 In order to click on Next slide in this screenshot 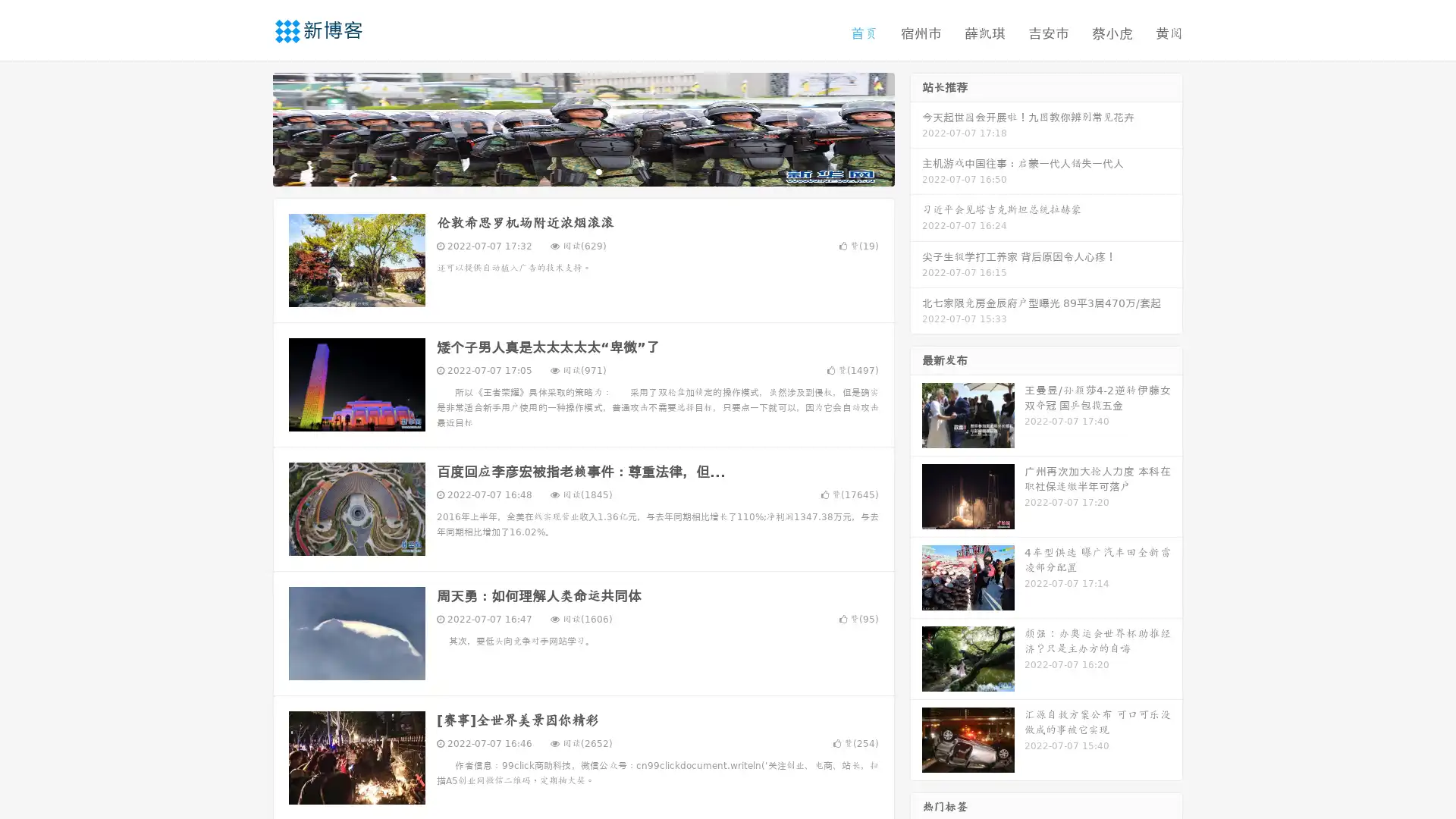, I will do `click(916, 127)`.